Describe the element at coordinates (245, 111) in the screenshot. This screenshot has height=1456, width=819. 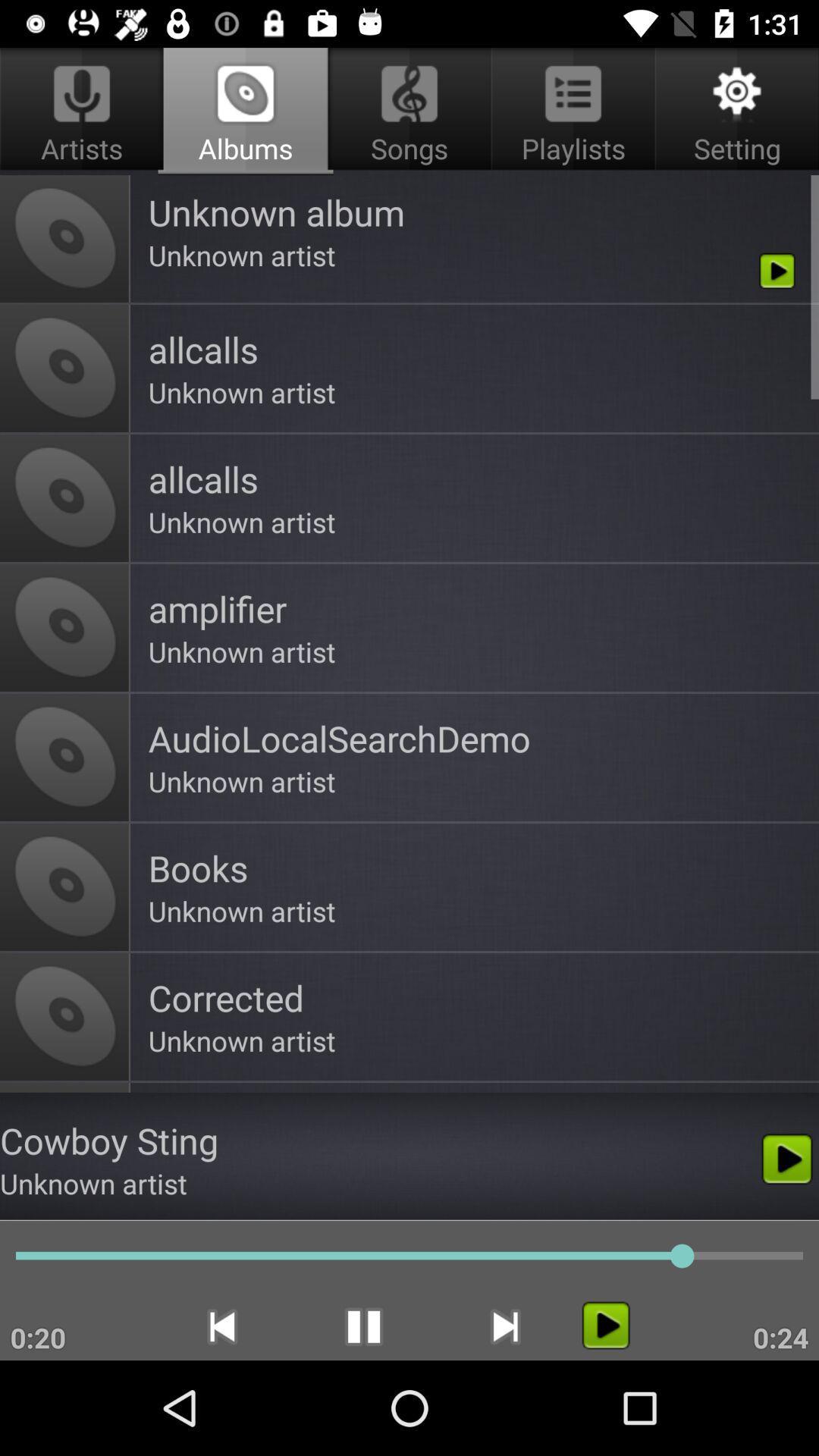
I see `the item to the left of the playlists item` at that location.